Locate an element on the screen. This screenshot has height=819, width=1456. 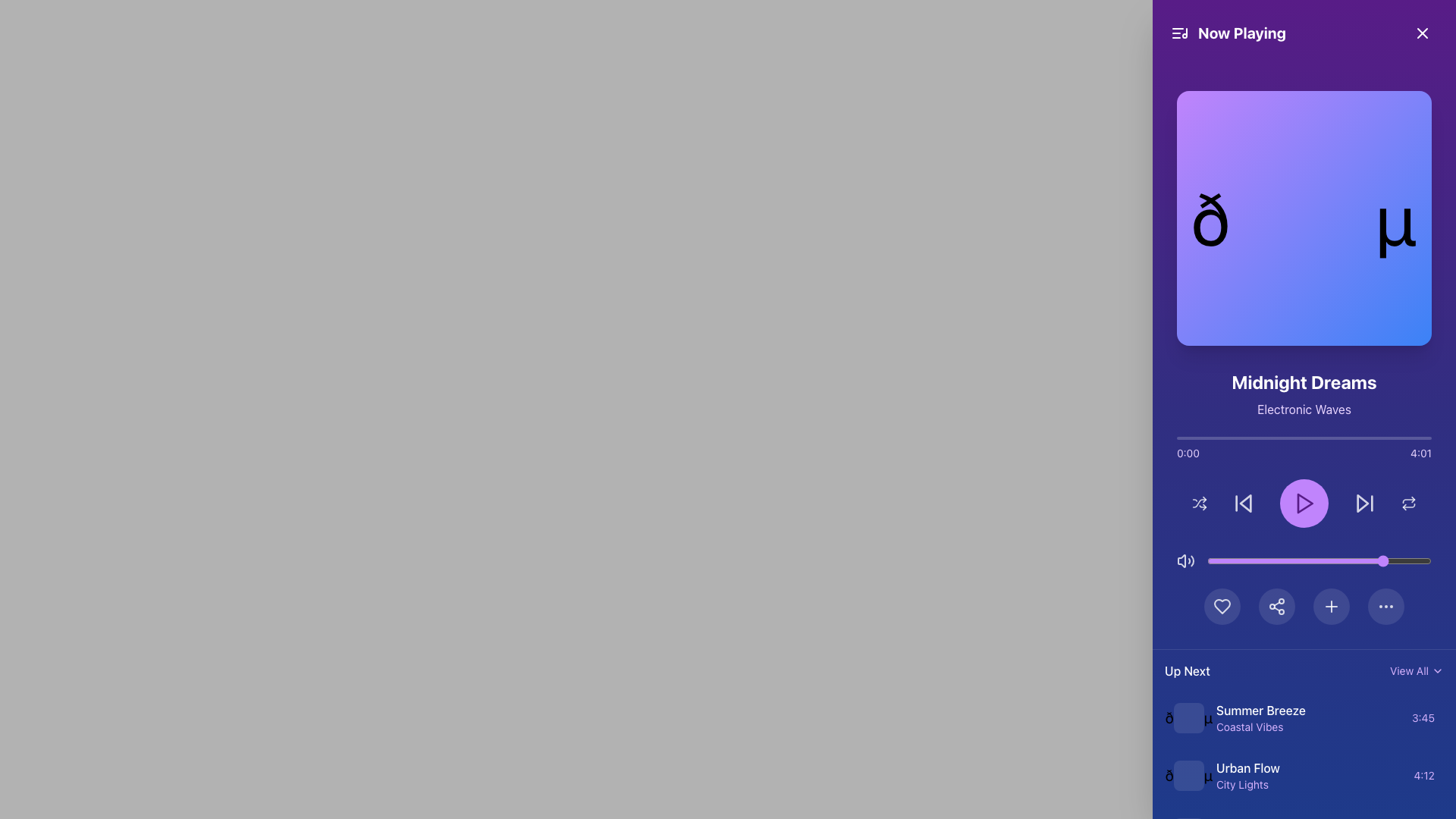
text from the 'Now Playing' section header, which is a Text label with an adjacent musical note icon located in the top-left corner of the right panel header is located at coordinates (1228, 33).